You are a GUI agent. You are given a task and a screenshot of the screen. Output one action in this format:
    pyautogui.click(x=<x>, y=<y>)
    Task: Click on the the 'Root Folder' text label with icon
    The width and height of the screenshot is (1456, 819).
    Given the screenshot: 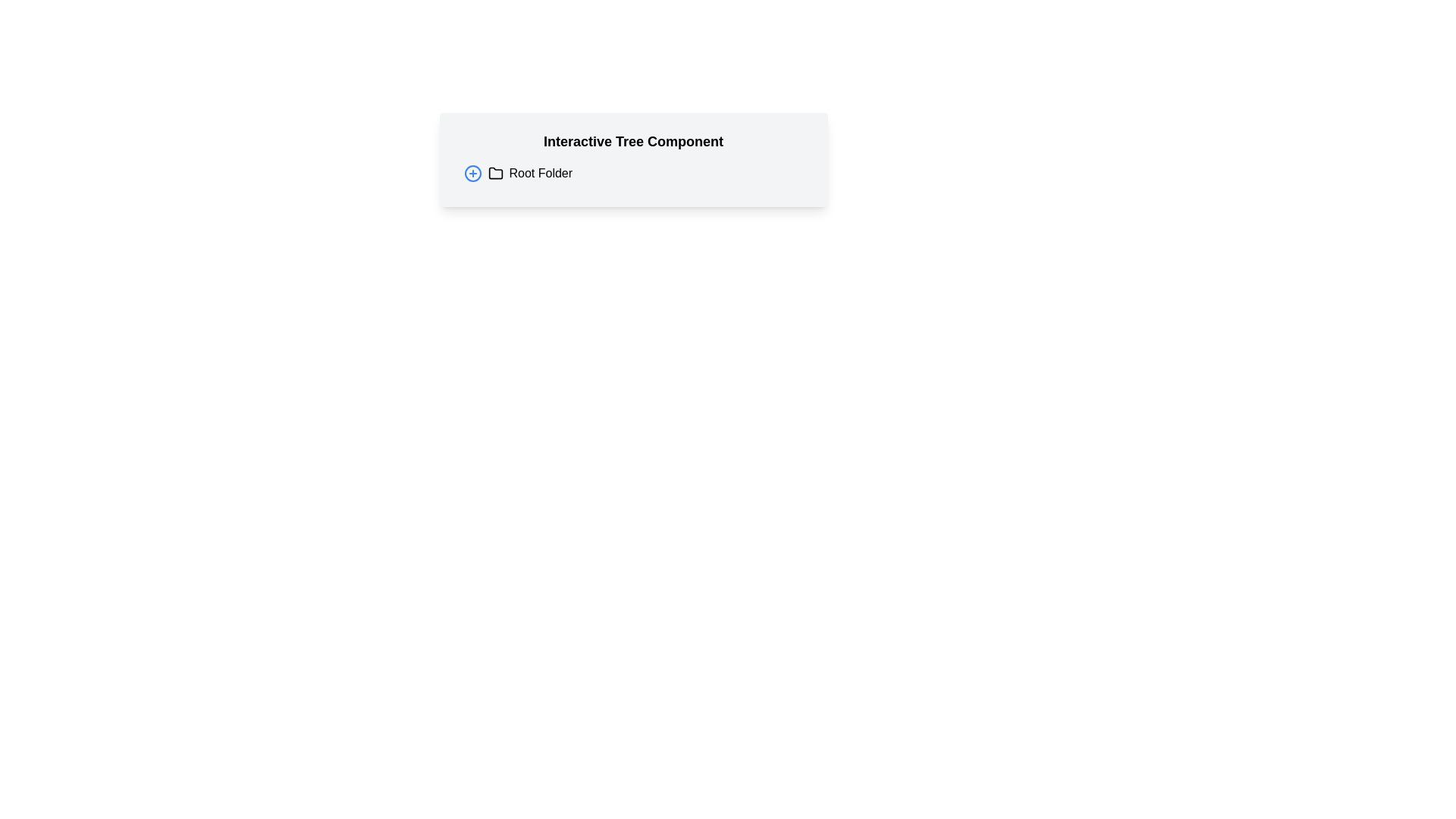 What is the action you would take?
    pyautogui.click(x=530, y=172)
    